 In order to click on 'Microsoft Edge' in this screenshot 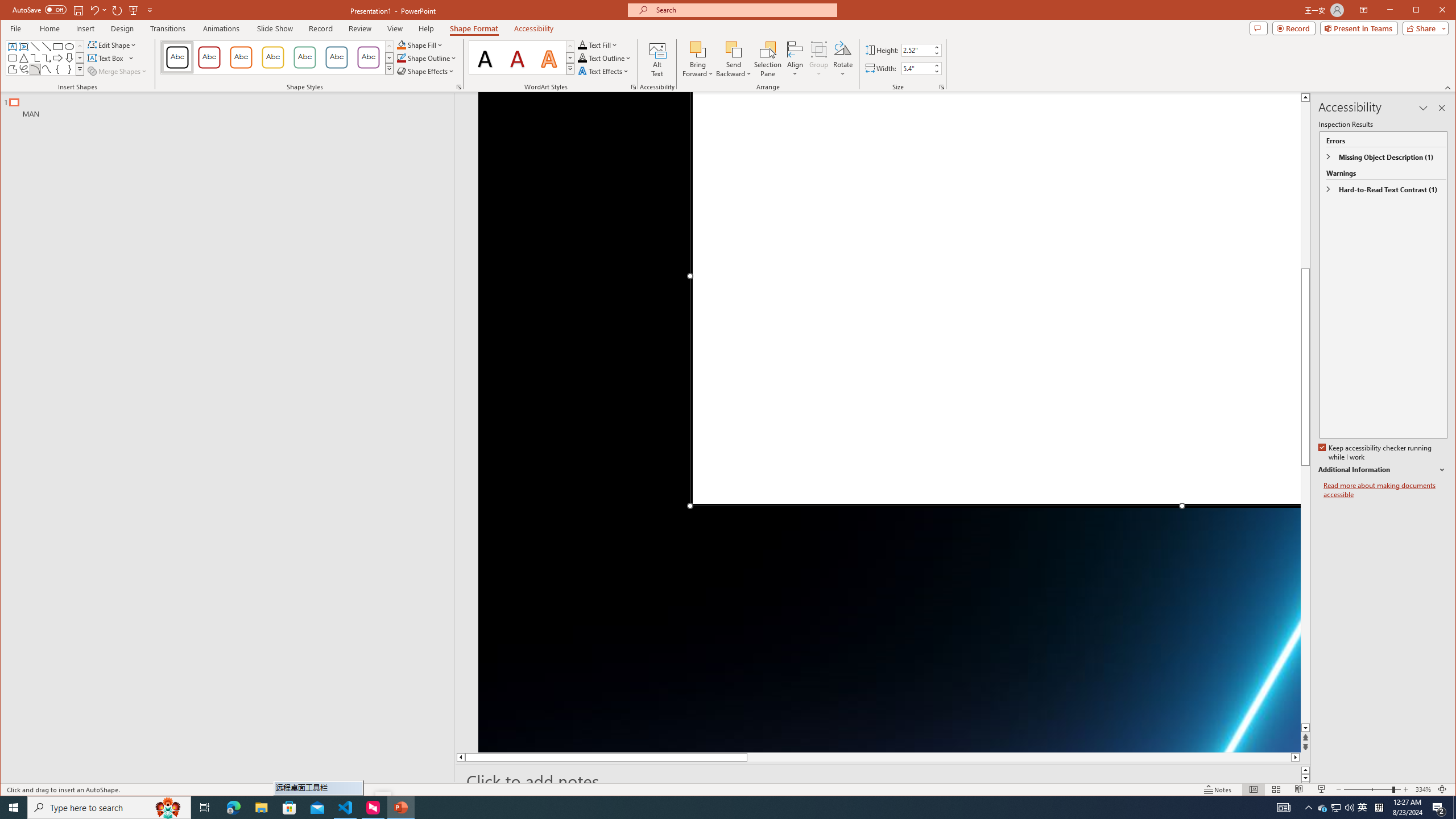, I will do `click(233, 806)`.